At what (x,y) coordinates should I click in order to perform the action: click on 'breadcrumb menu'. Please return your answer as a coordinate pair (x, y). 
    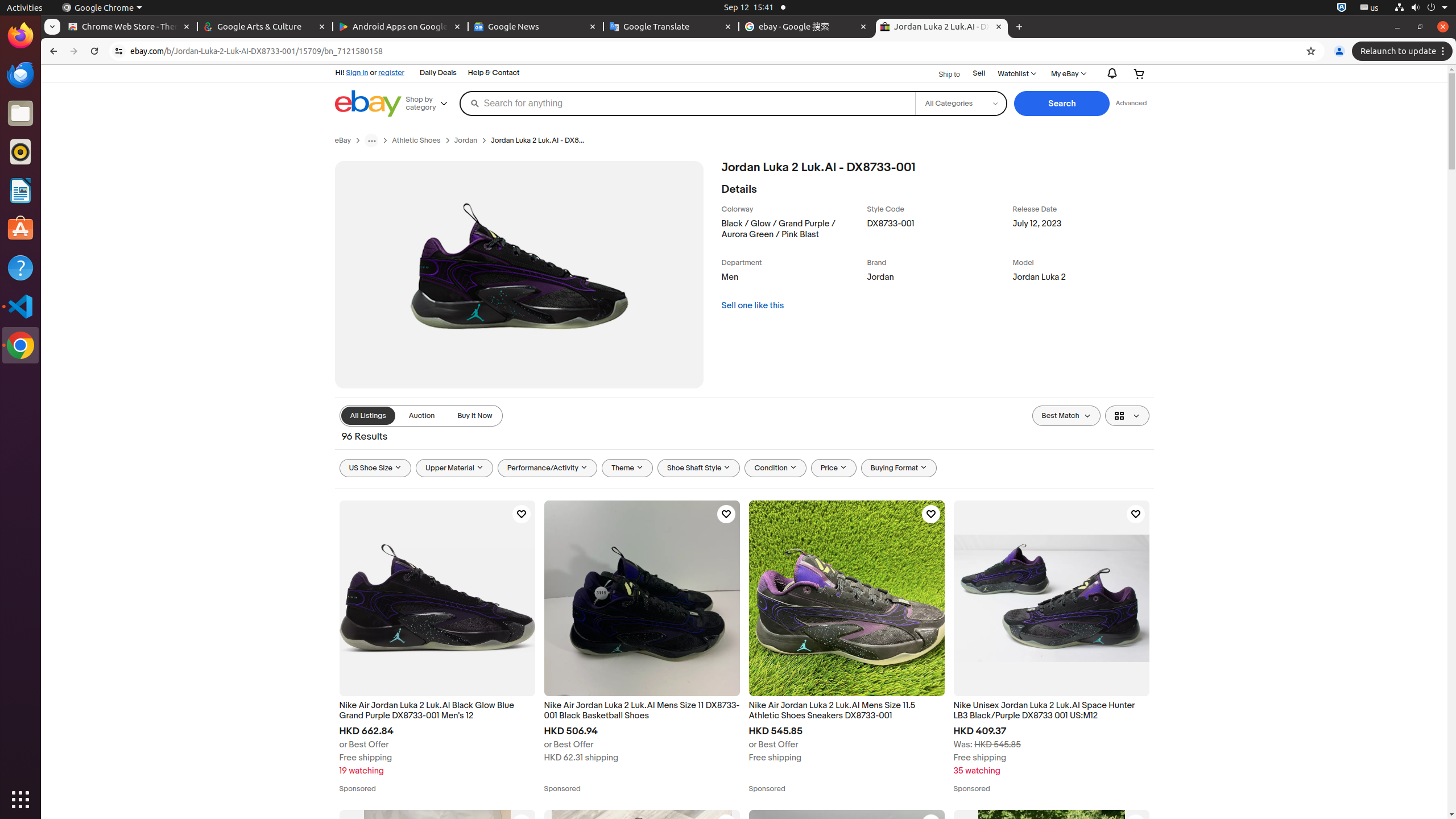
    Looking at the image, I should click on (371, 139).